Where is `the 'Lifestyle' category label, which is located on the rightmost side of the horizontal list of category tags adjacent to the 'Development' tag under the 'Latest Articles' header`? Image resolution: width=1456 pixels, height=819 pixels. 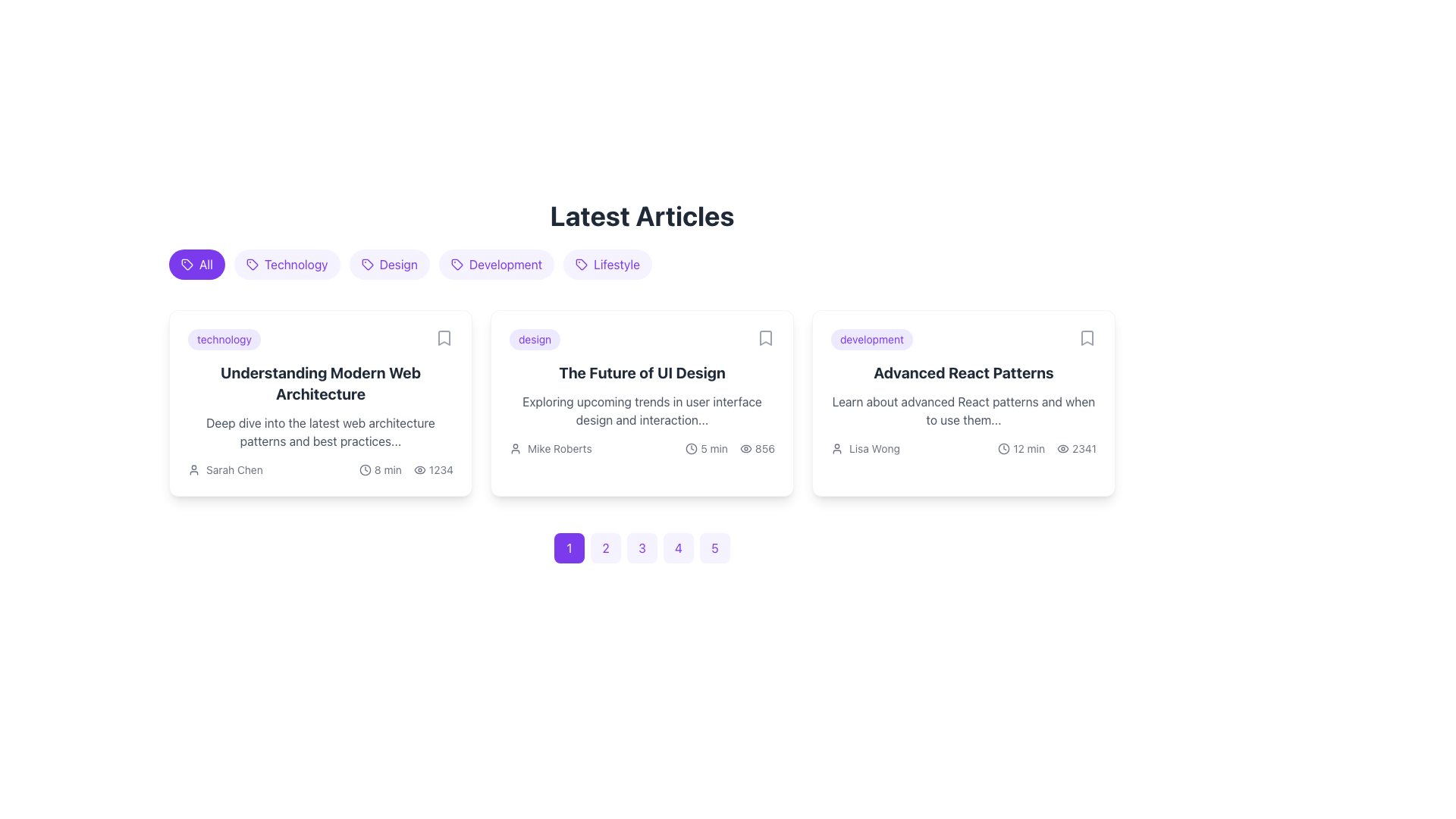 the 'Lifestyle' category label, which is located on the rightmost side of the horizontal list of category tags adjacent to the 'Development' tag under the 'Latest Articles' header is located at coordinates (617, 263).